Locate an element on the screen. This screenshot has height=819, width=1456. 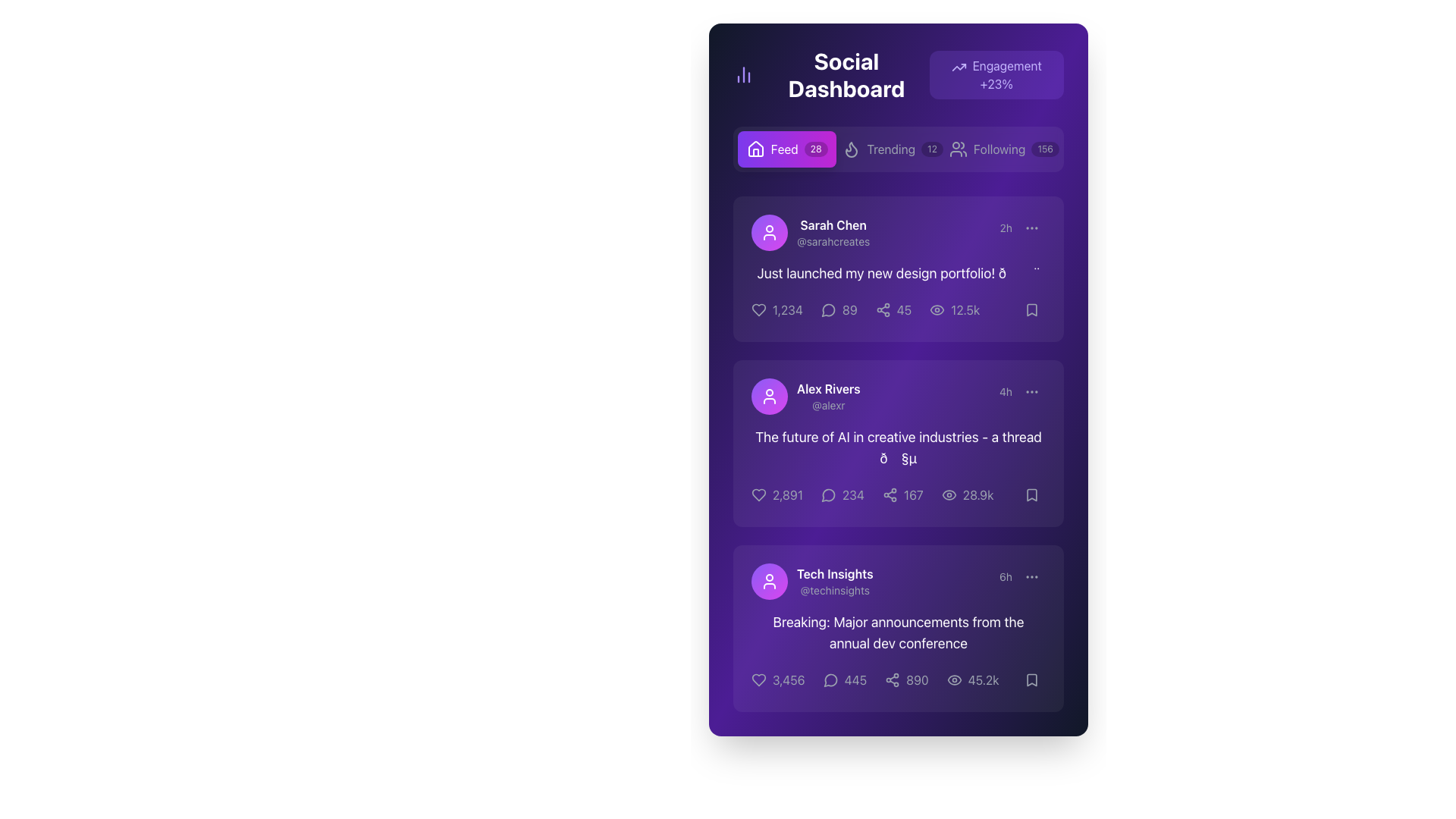
the User Profile Header which includes the profile picture icon and the name 'Tech Insights' to select the text is located at coordinates (811, 581).